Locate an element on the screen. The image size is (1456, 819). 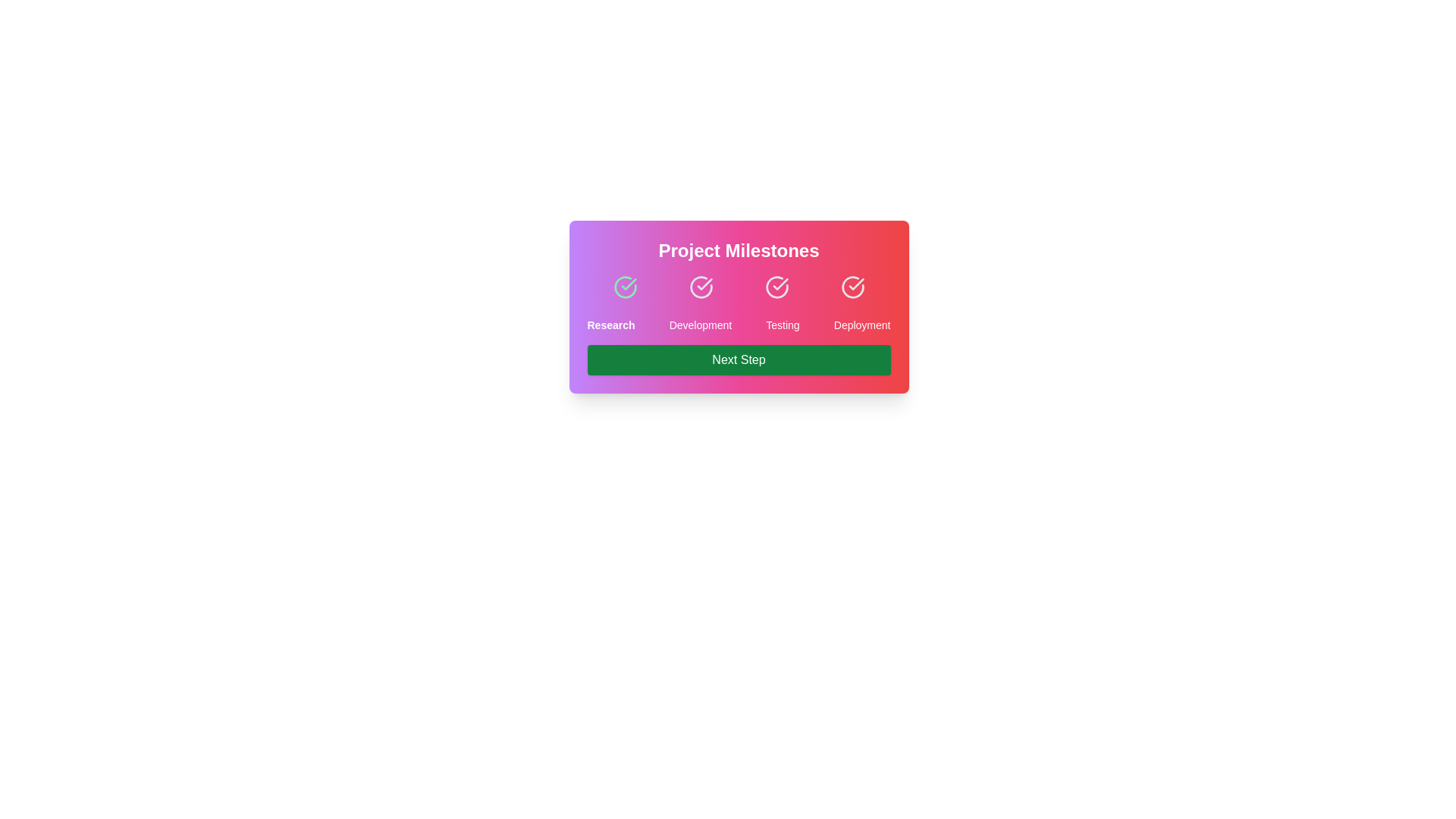
the Status Icon, which is a circular icon with a check mark inside, styled with a bold stroke and gray color, located as the third icon from the left under the 'Project Milestones' heading is located at coordinates (777, 287).